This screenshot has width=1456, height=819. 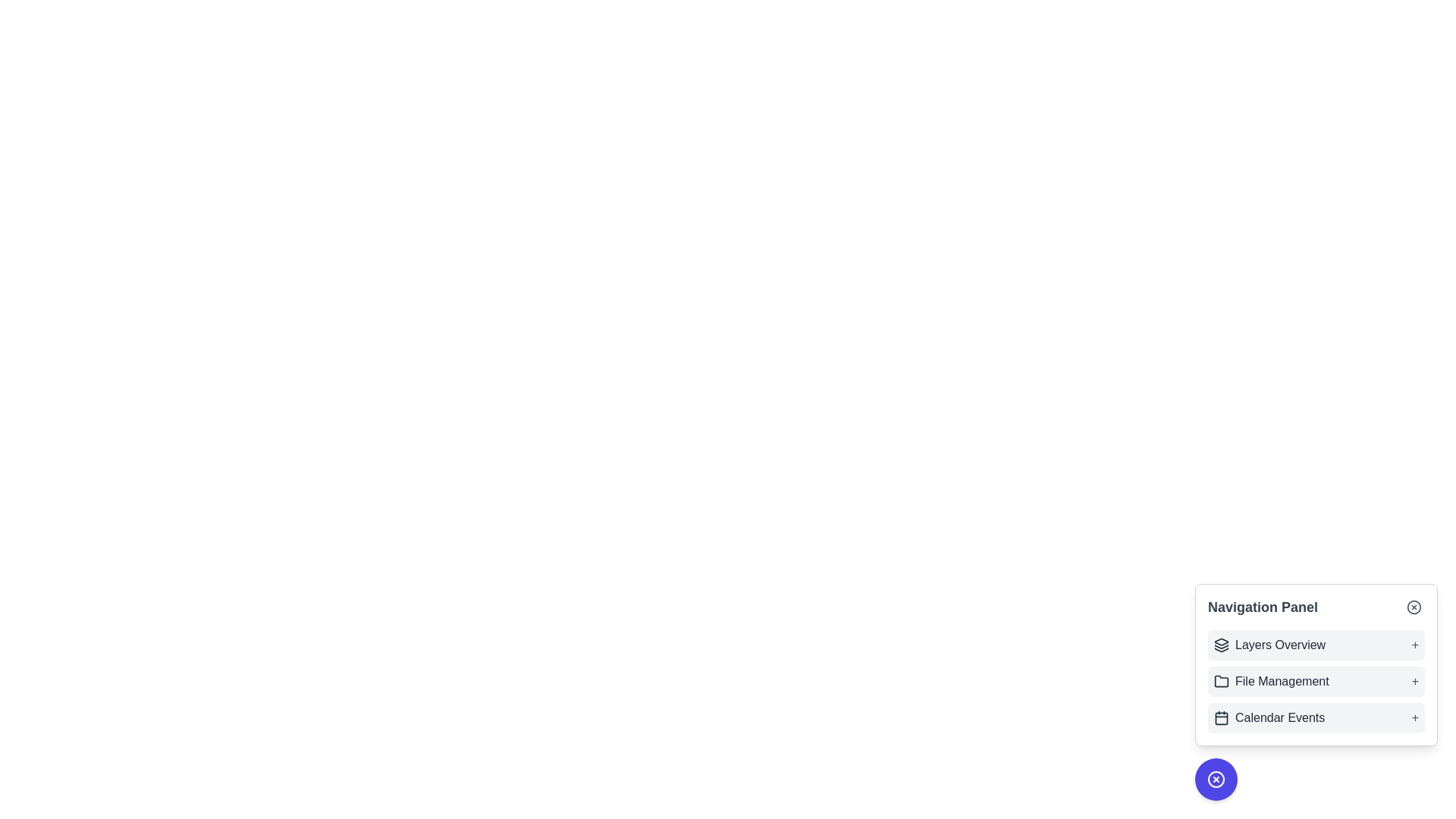 I want to click on text of the navigation link or label related to calendar events, located in the third row of the navigation panel, below 'Layers Overview' and above 'File Management', so click(x=1269, y=717).